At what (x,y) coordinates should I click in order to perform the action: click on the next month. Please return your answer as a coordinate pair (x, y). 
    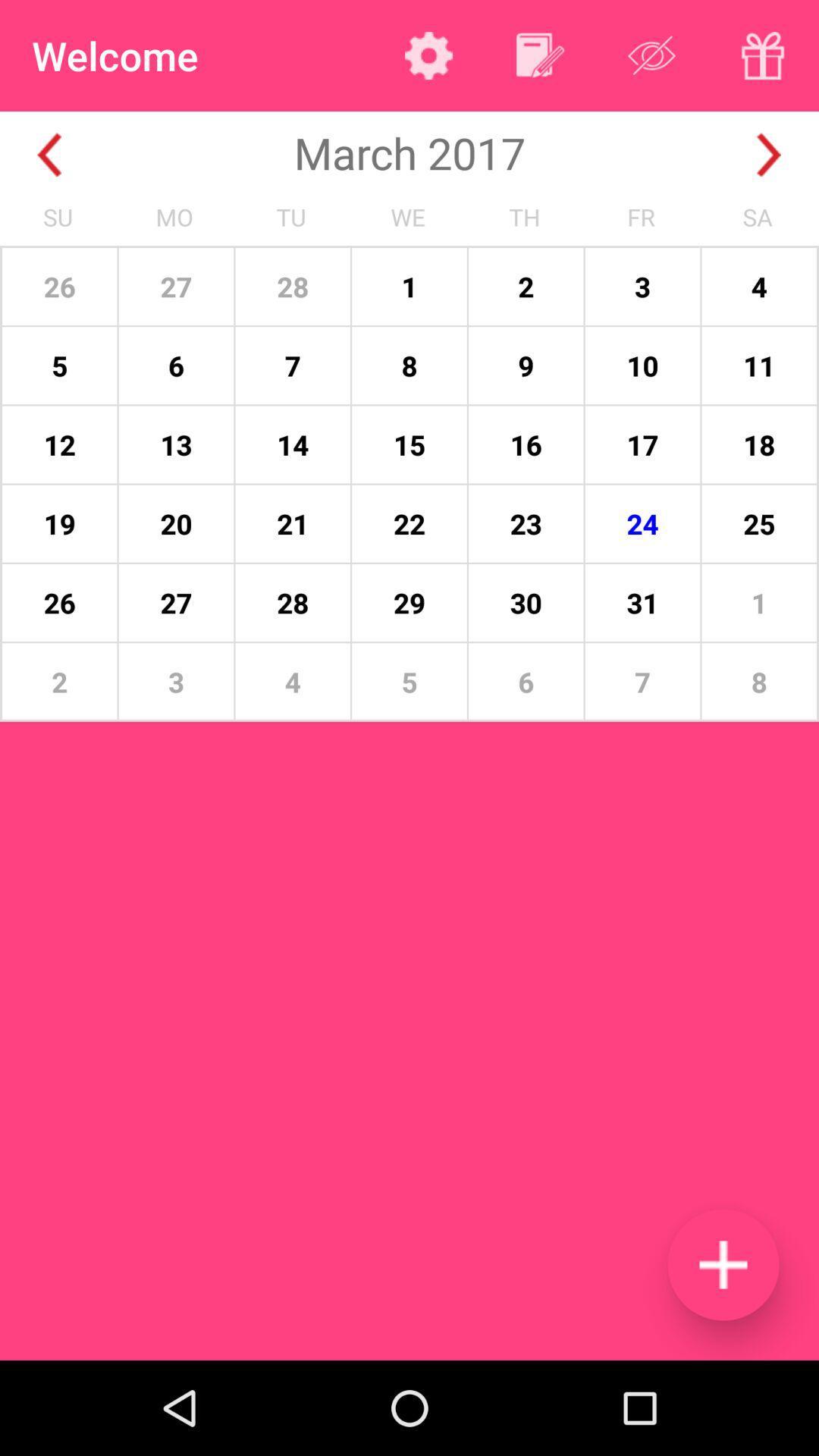
    Looking at the image, I should click on (769, 155).